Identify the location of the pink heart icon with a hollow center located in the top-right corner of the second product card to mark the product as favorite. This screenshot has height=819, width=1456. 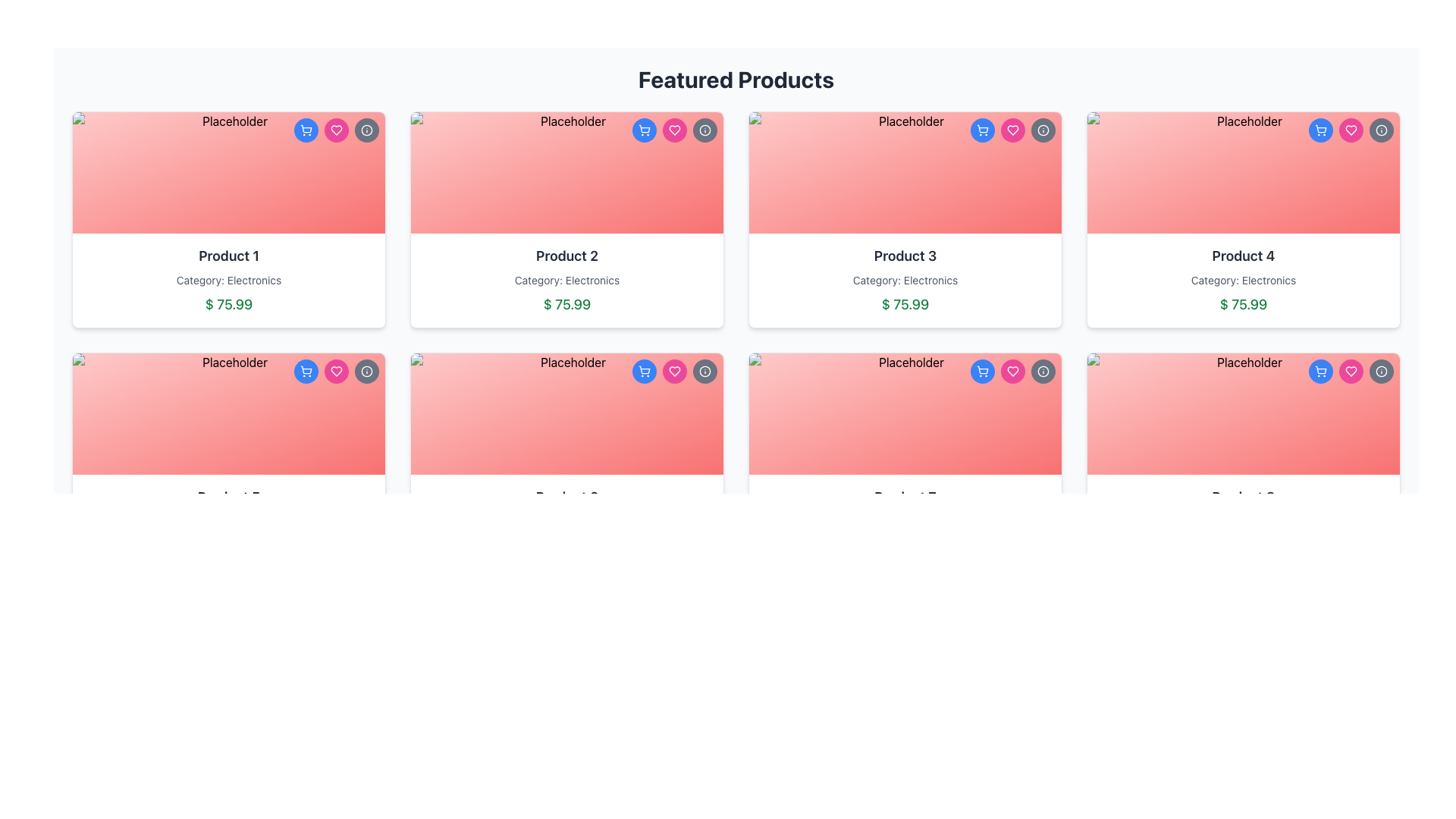
(673, 130).